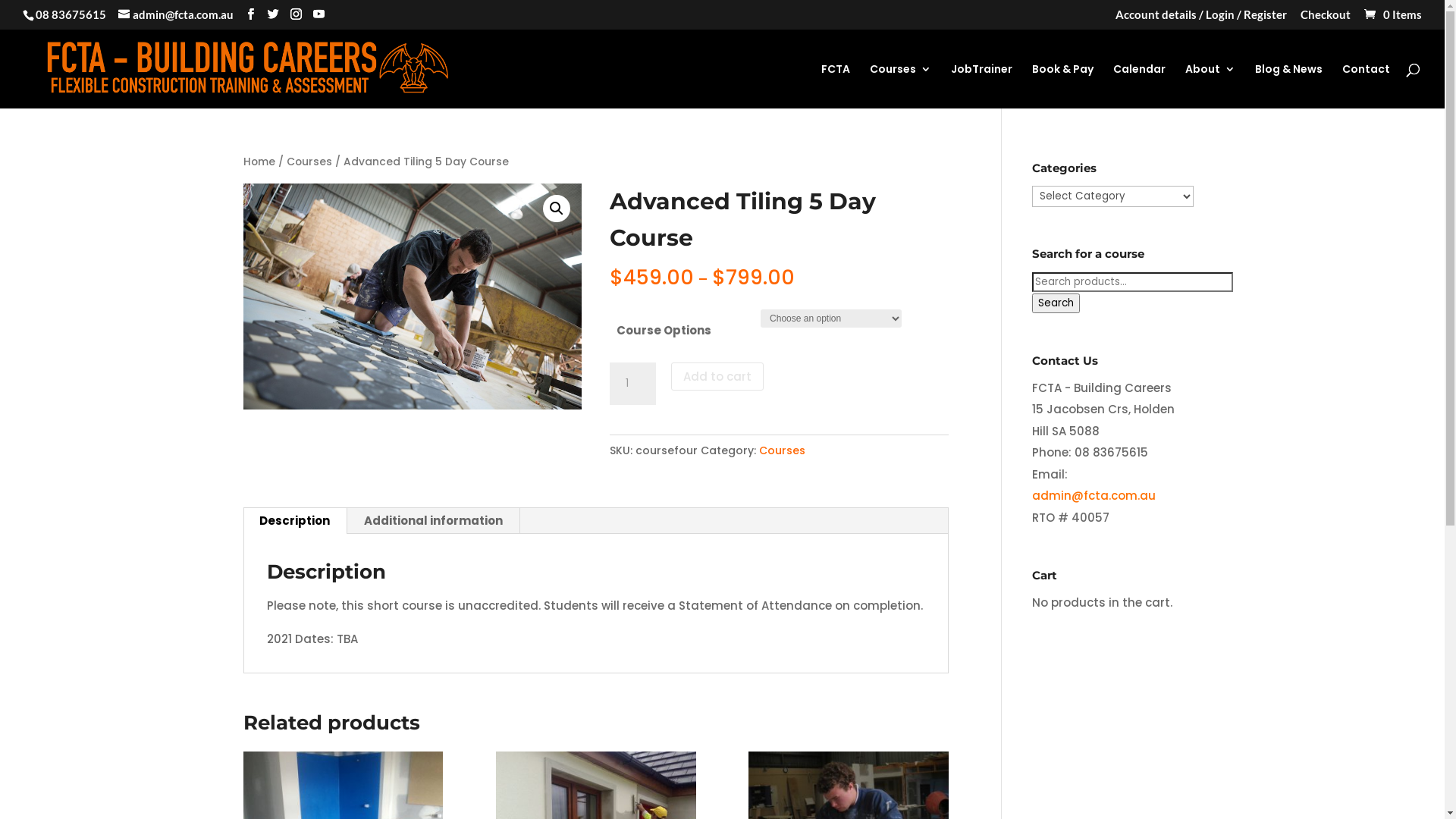 Image resolution: width=1456 pixels, height=819 pixels. What do you see at coordinates (258, 162) in the screenshot?
I see `'Home'` at bounding box center [258, 162].